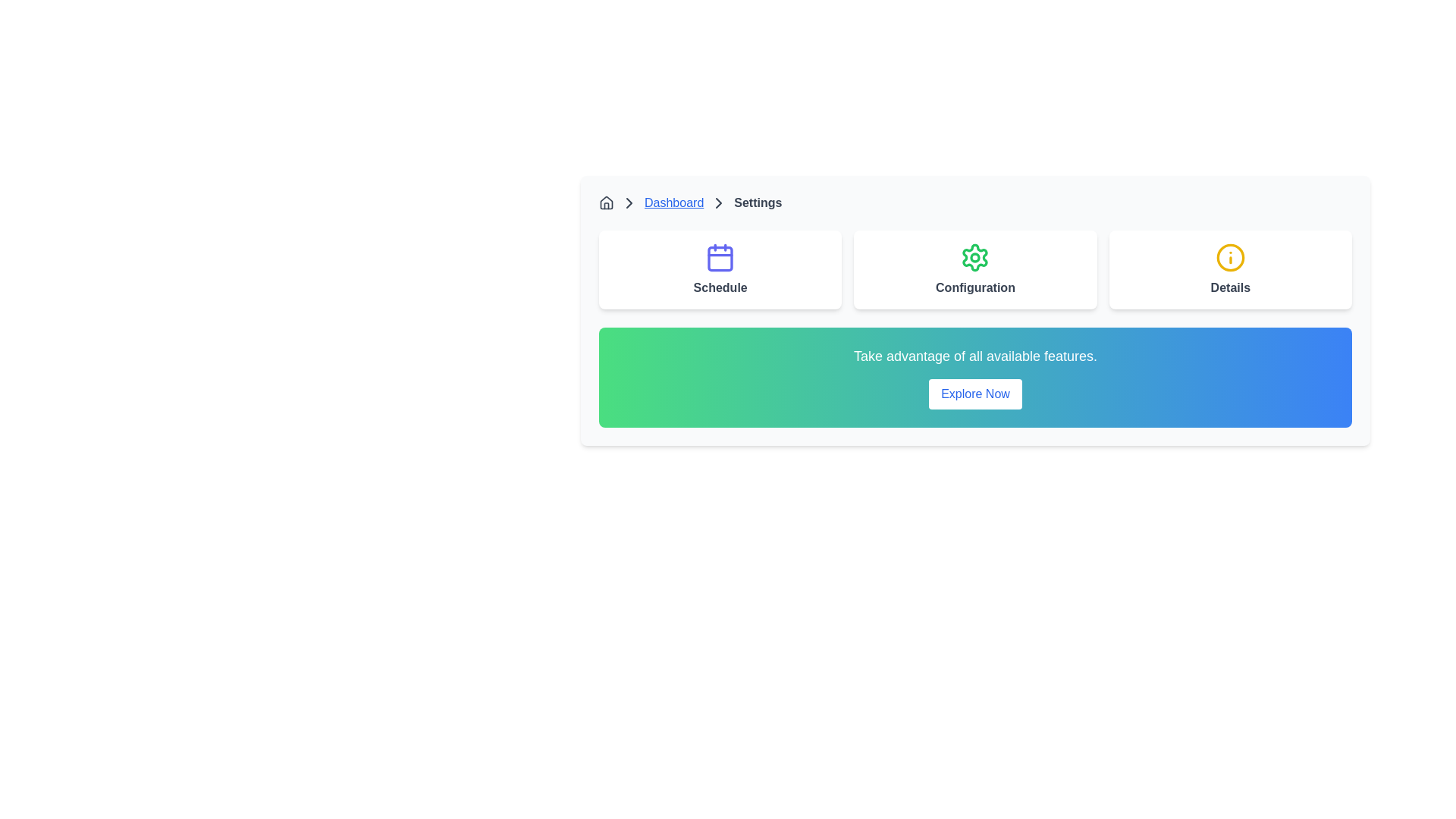  Describe the element at coordinates (629, 202) in the screenshot. I see `the small right arrow icon in the breadcrumb navigation bar located between 'Dashboard' and 'Settings' links` at that location.